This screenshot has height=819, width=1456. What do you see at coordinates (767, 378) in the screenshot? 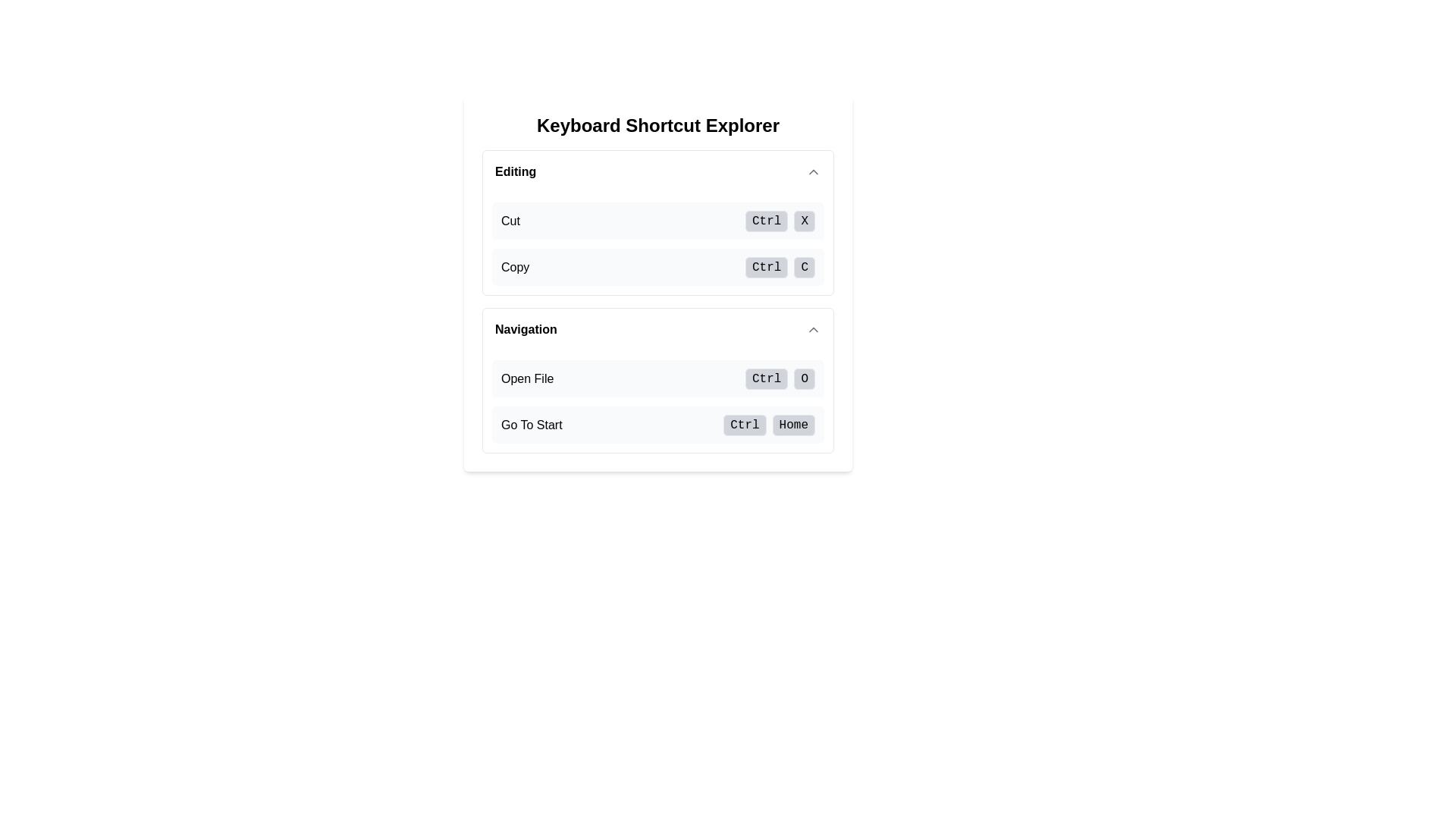
I see `the rectangular button-like component labeled 'Ctrl' with a light gray background and bold black font, located in the 'Navigation' section` at bounding box center [767, 378].